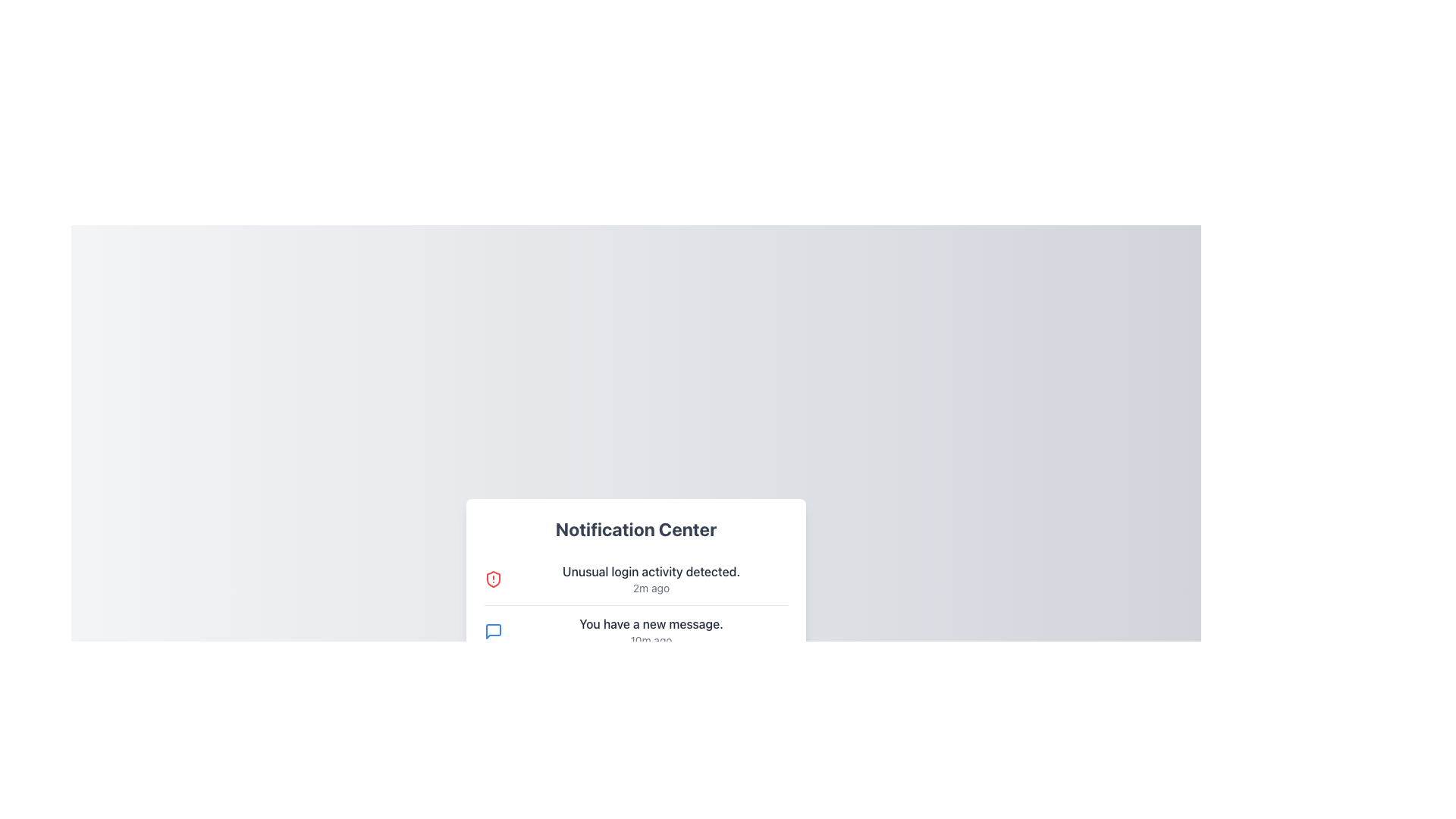 The width and height of the screenshot is (1456, 819). Describe the element at coordinates (651, 632) in the screenshot. I see `the text block notification entry that displays 'You have a new message.' and the timestamp '10m ago'` at that location.